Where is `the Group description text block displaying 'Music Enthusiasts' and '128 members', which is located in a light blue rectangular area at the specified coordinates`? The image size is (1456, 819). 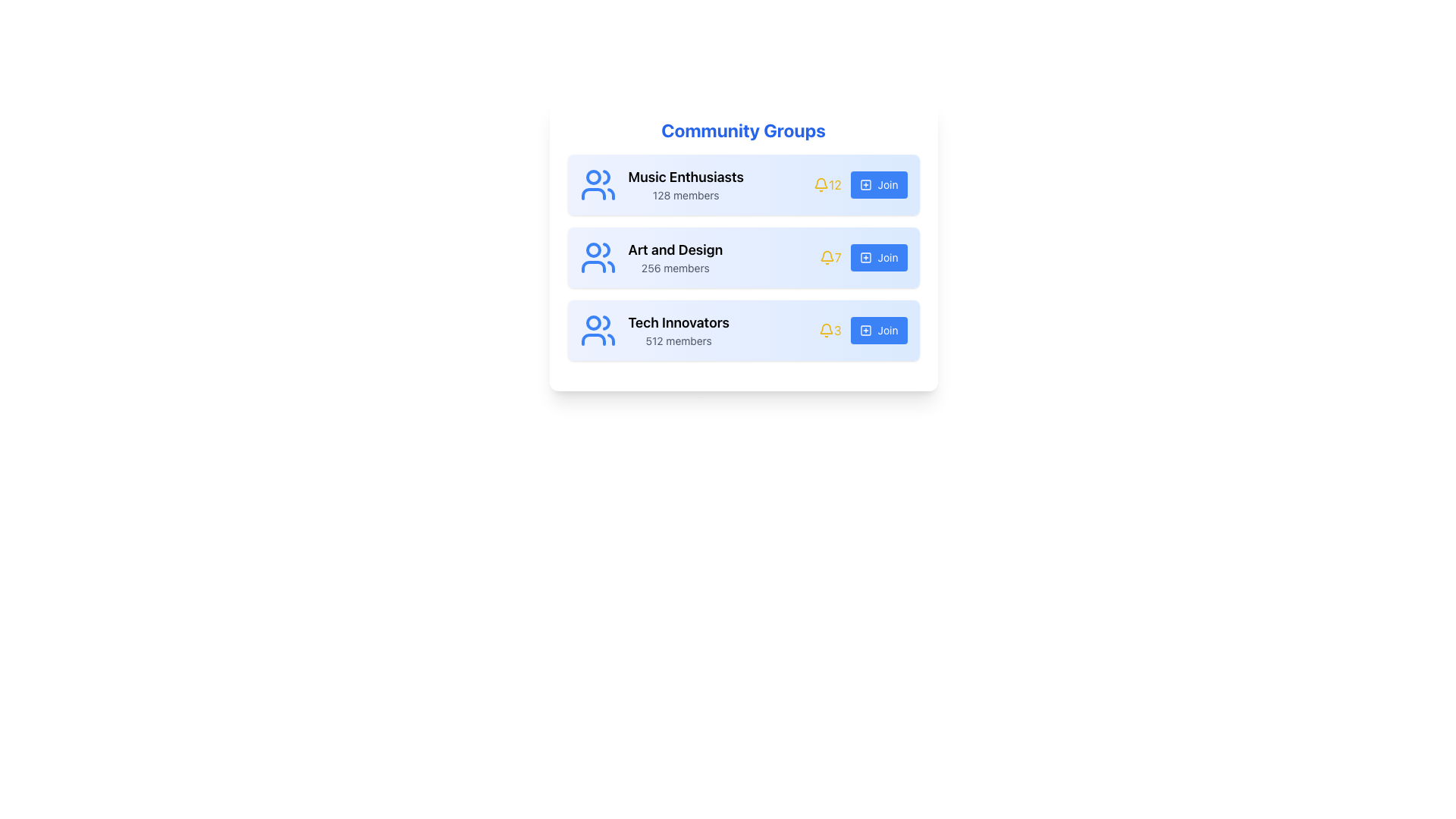
the Group description text block displaying 'Music Enthusiasts' and '128 members', which is located in a light blue rectangular area at the specified coordinates is located at coordinates (685, 184).